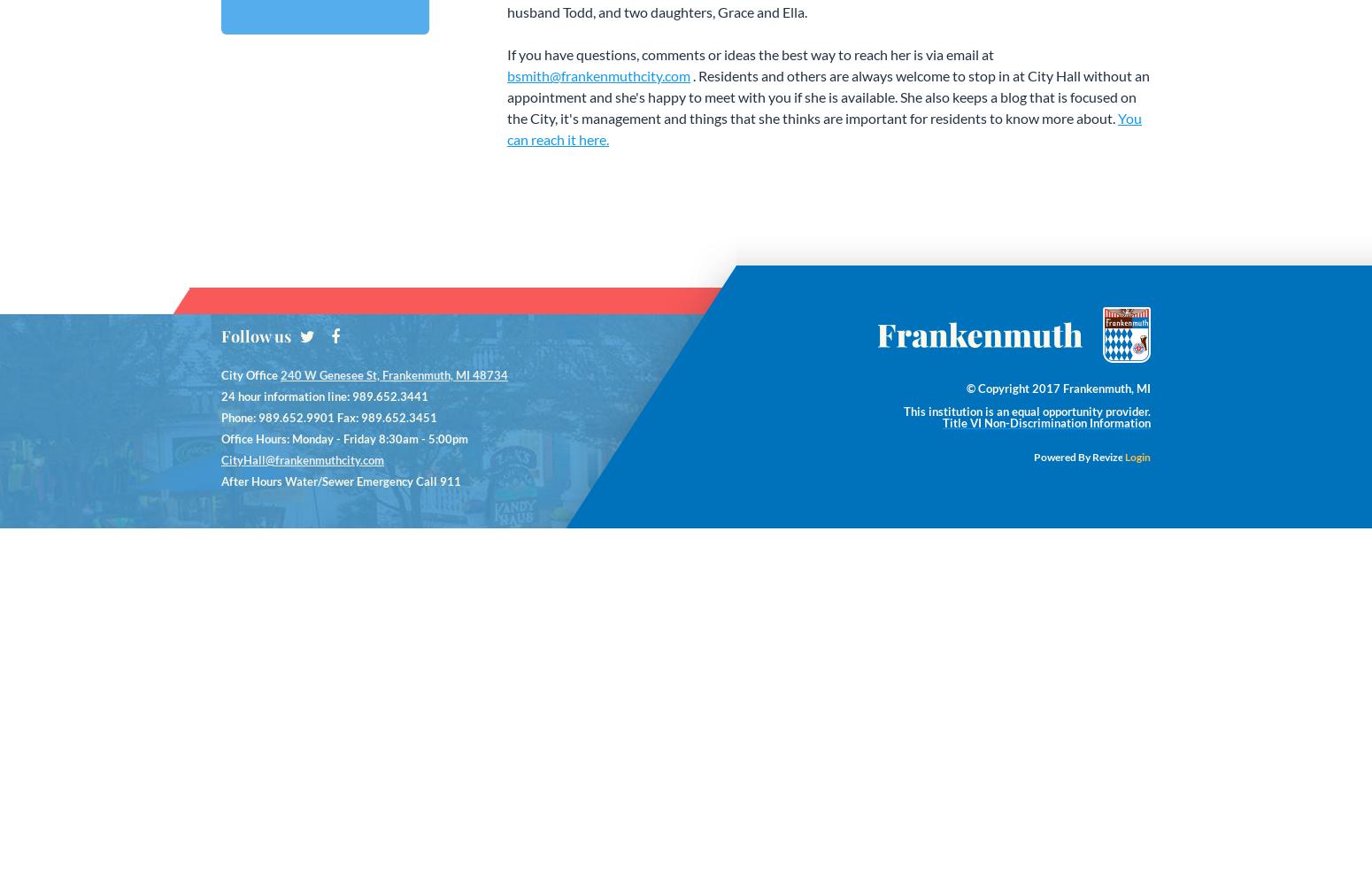 This screenshot has height=885, width=1372. Describe the element at coordinates (301, 460) in the screenshot. I see `'CityHall@frankenmuthcity.com'` at that location.